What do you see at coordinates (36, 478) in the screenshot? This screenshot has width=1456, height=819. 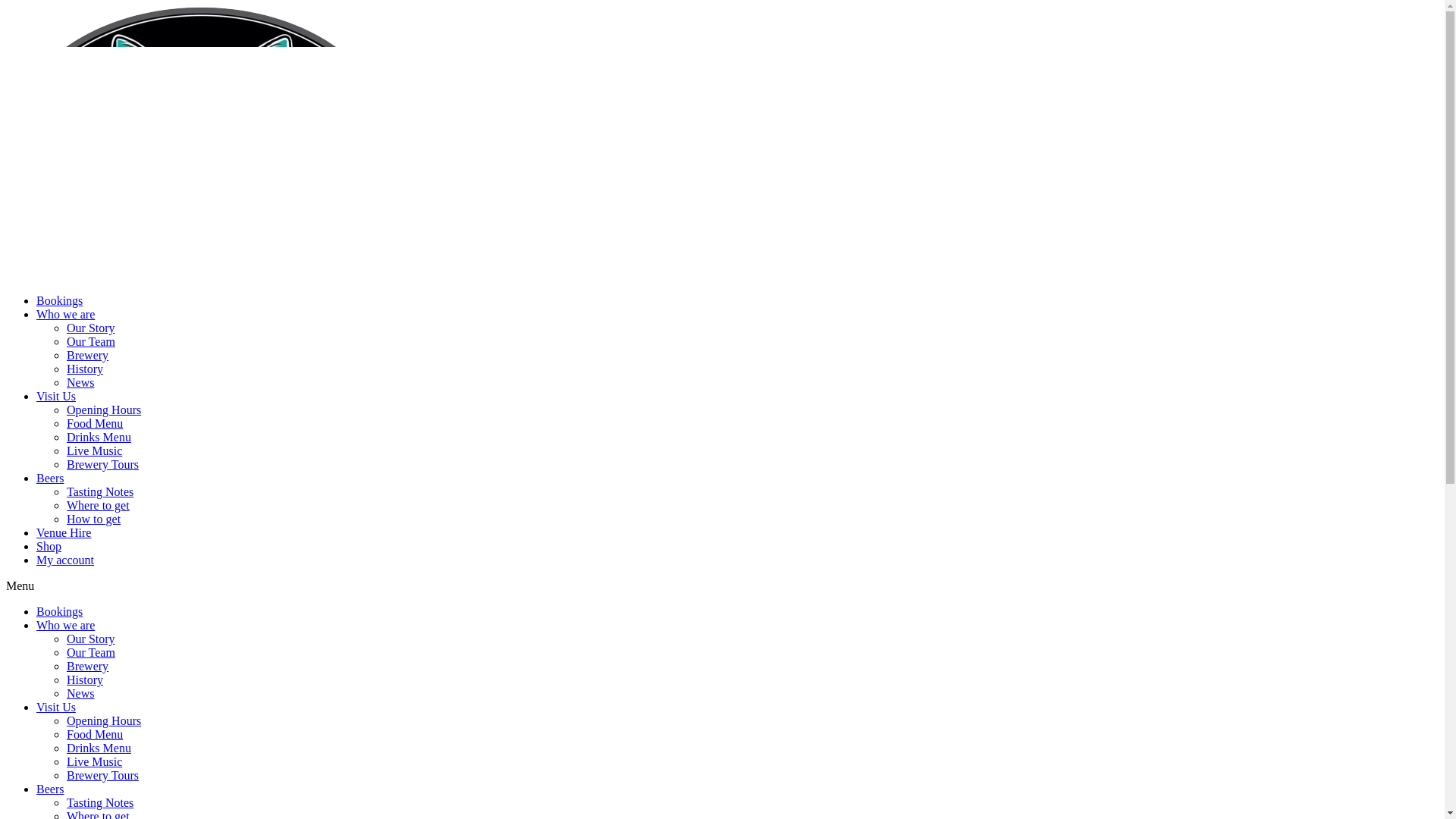 I see `'Beers'` at bounding box center [36, 478].